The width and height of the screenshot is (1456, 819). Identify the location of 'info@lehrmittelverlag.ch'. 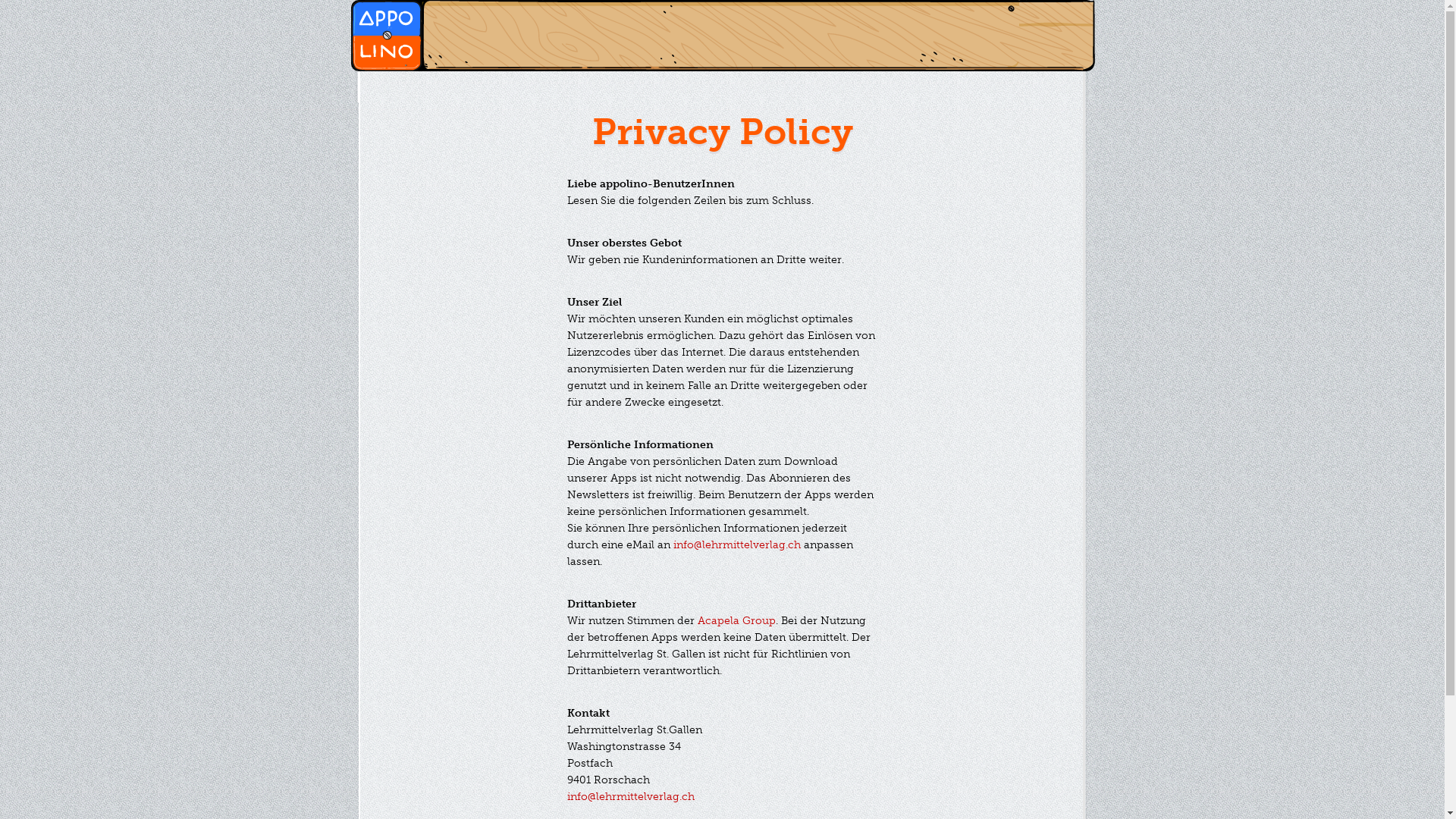
(737, 544).